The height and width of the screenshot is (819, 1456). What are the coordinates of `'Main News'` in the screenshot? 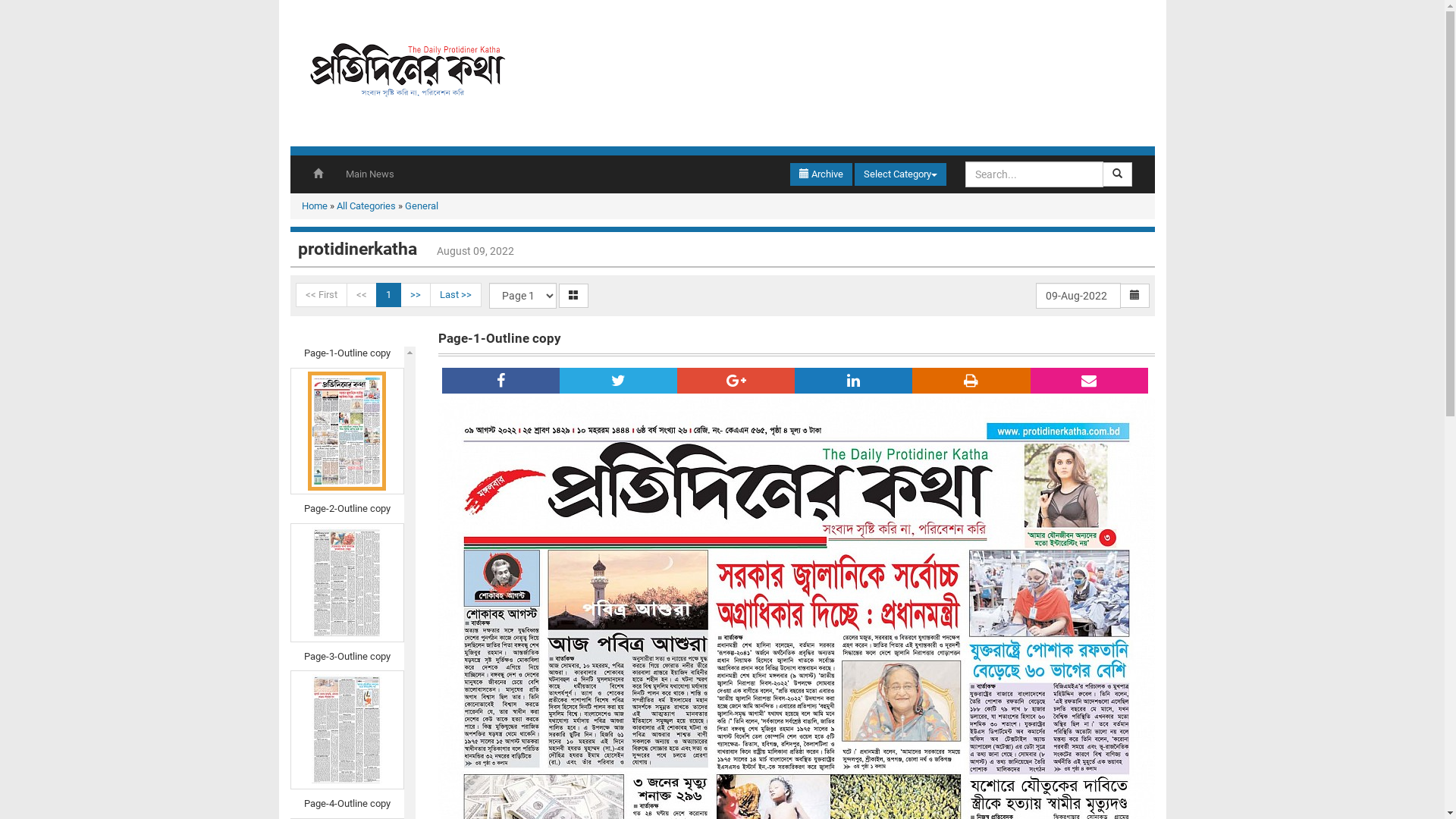 It's located at (369, 174).